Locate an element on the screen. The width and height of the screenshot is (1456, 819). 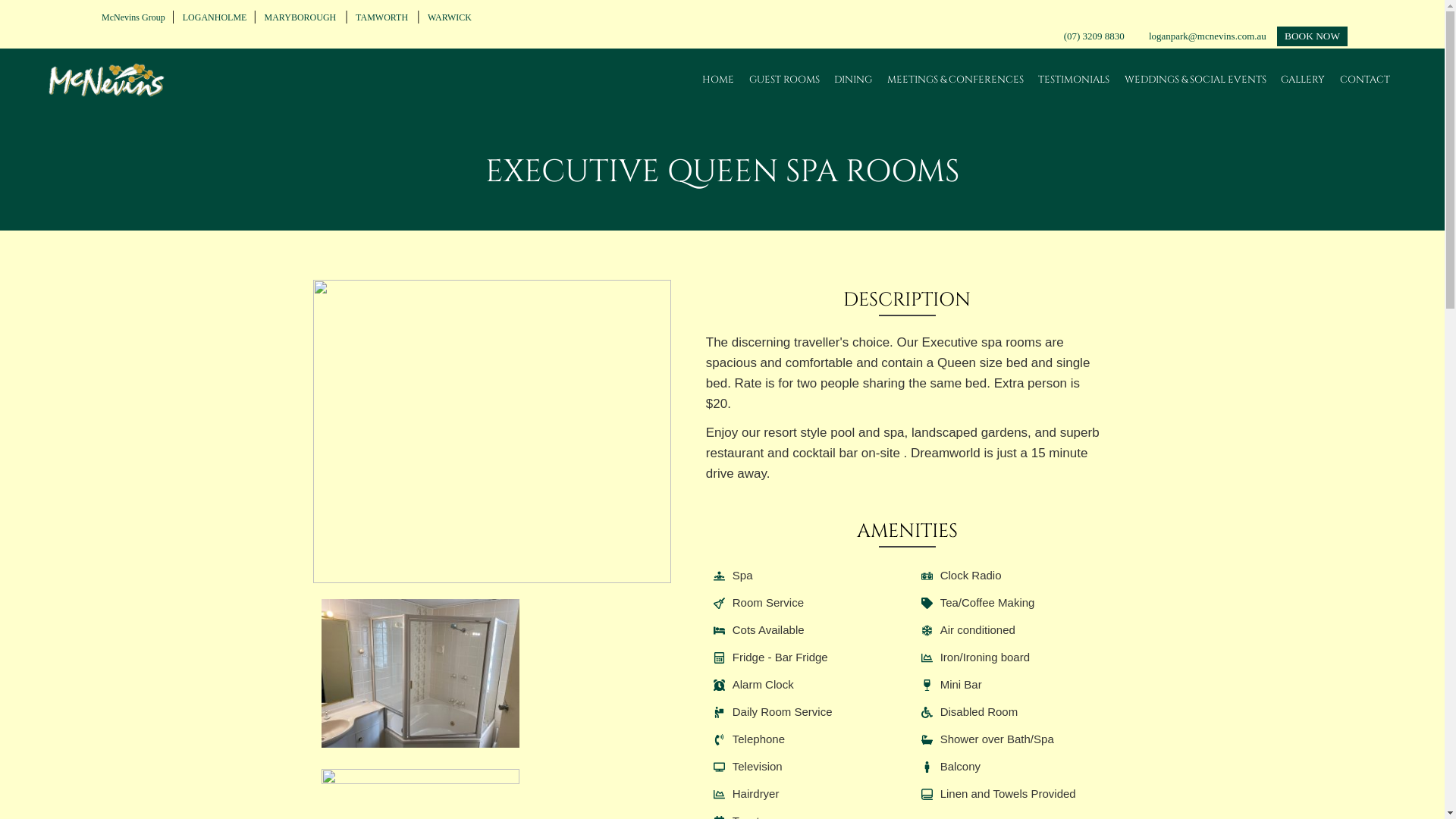
'WEDDINGS & SOCIAL EVENTS' is located at coordinates (1194, 79).